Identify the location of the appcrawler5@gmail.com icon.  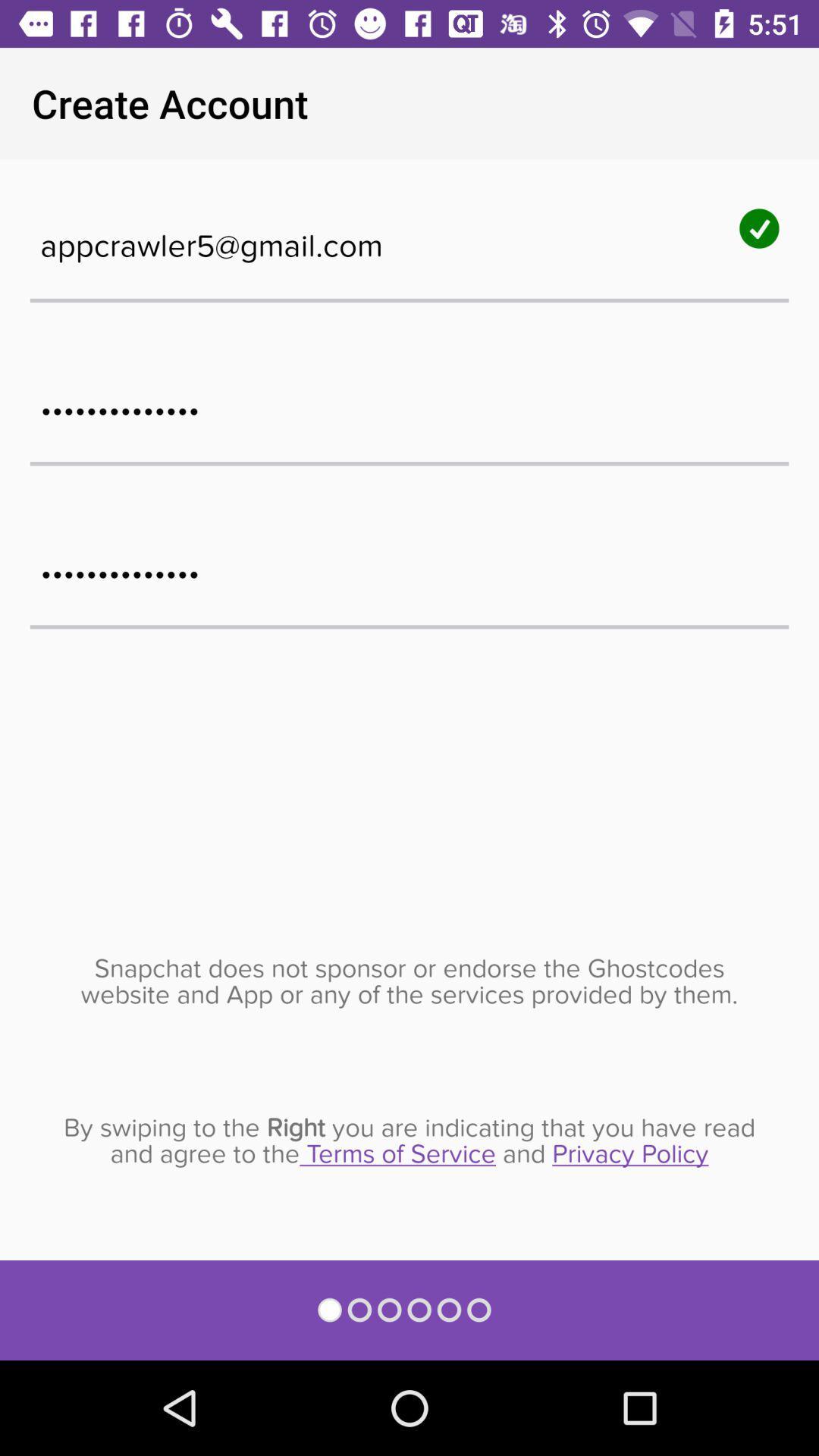
(409, 237).